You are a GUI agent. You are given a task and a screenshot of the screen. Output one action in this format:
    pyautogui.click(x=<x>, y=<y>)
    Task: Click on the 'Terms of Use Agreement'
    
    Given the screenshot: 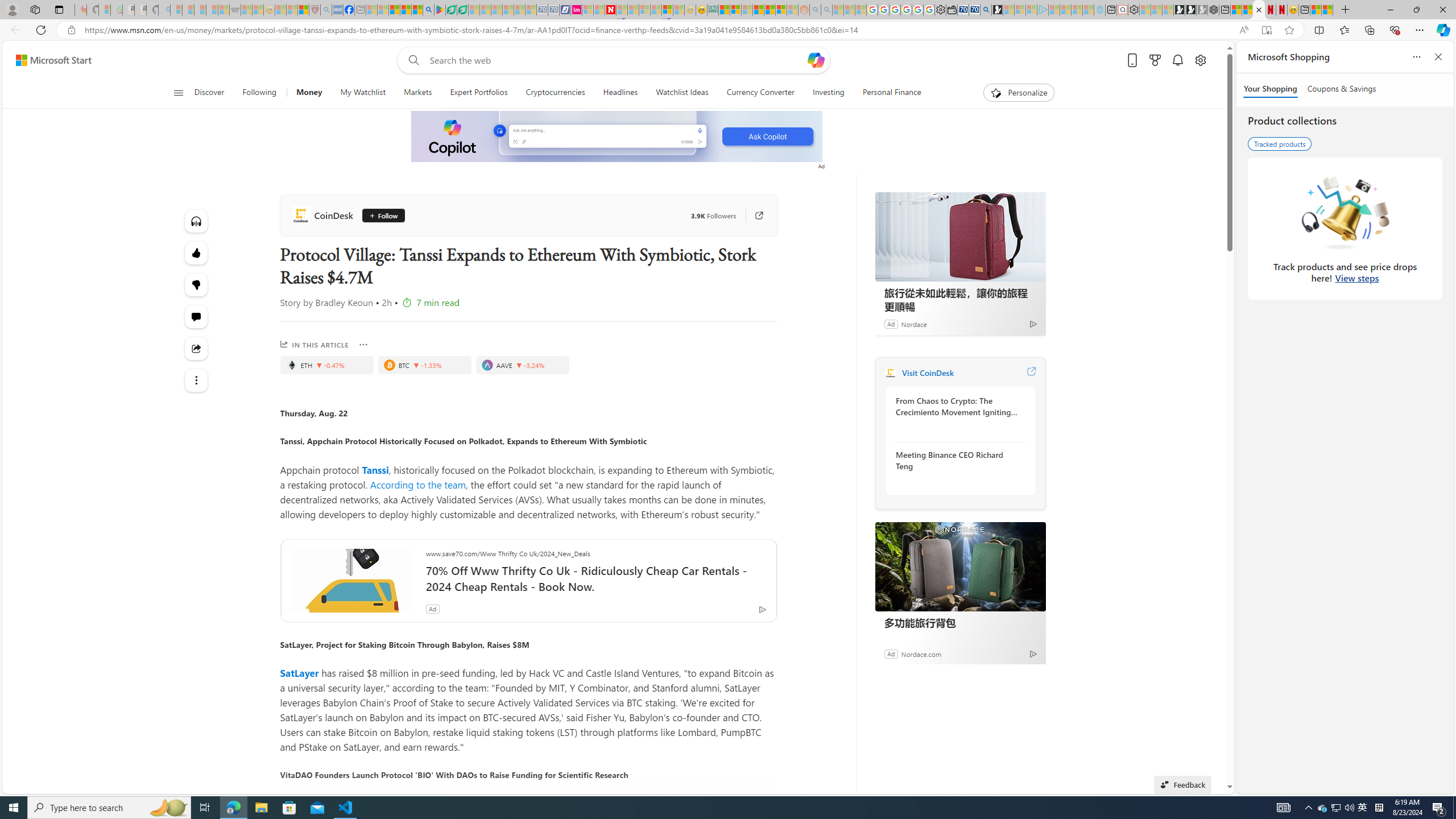 What is the action you would take?
    pyautogui.click(x=450, y=9)
    